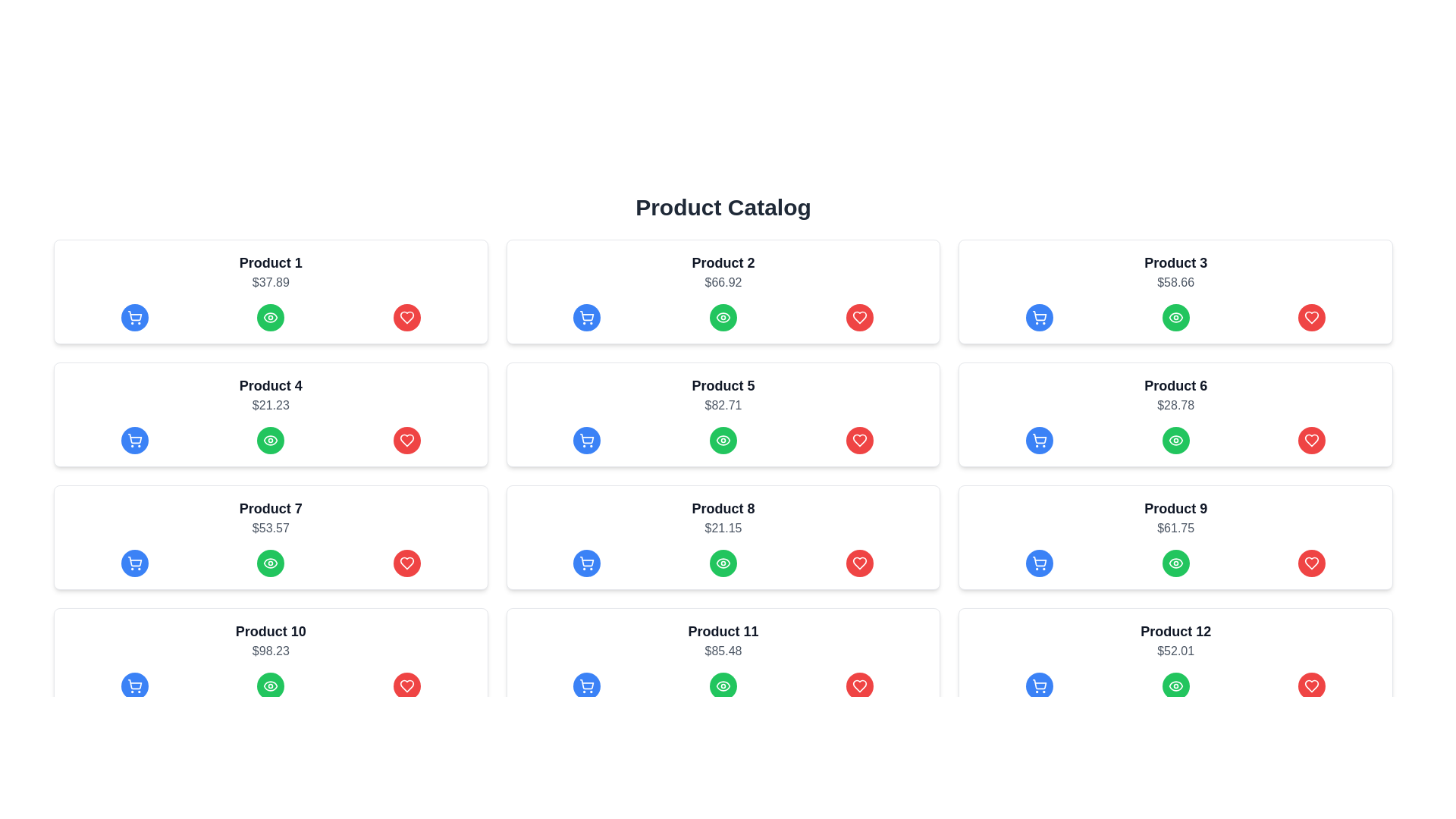  I want to click on the first button in the bottom-left corner of the 'Product 10' card, so click(134, 686).